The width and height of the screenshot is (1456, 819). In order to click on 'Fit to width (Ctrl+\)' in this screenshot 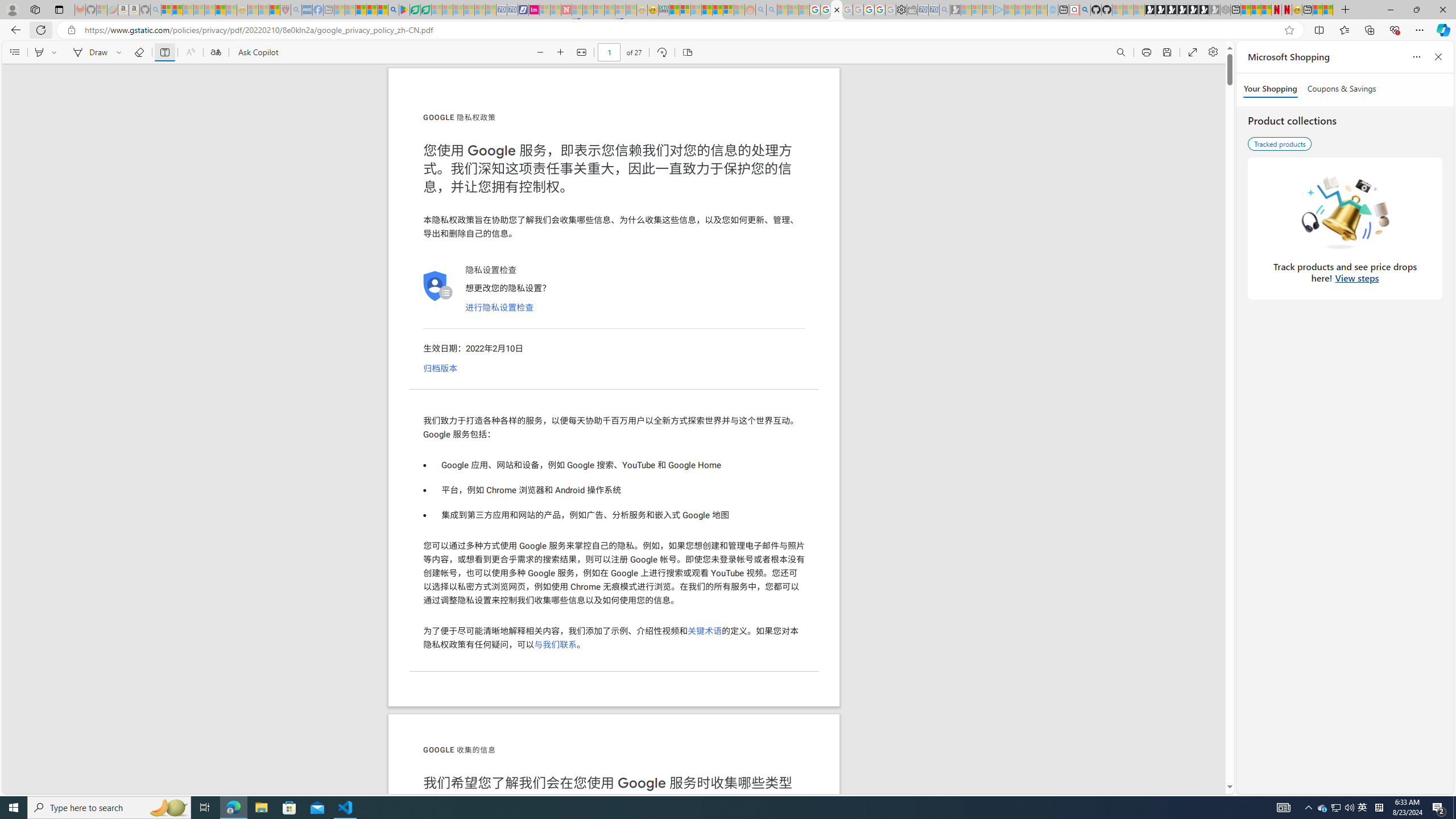, I will do `click(581, 52)`.